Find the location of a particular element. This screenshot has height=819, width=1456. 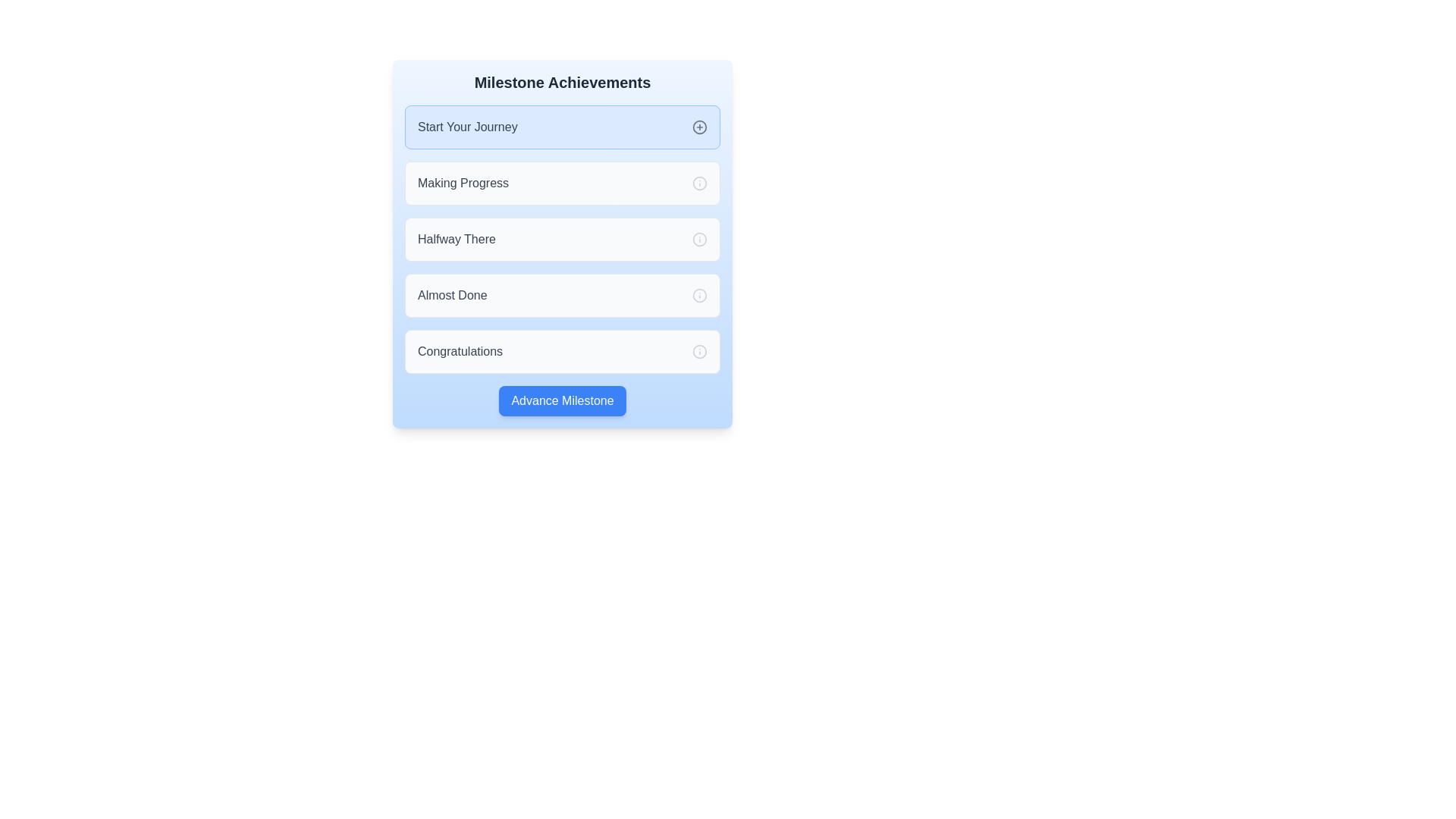

the text label displaying 'Almost Done' which is aligned to the left in the 'Milestone Achievements' section, positioned between 'Halfway There' and 'Congratulations' is located at coordinates (451, 295).